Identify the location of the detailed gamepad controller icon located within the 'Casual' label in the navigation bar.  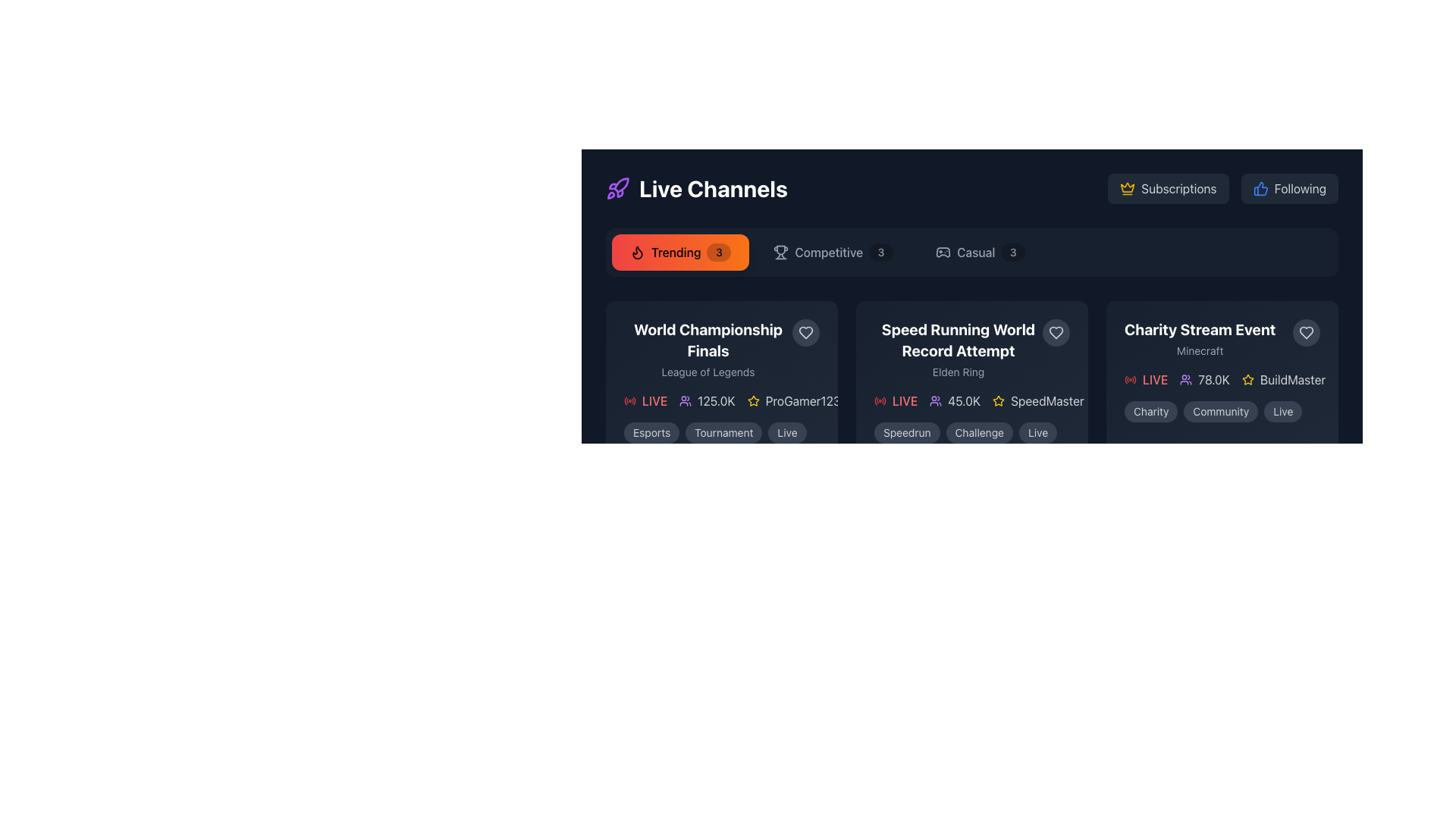
(942, 251).